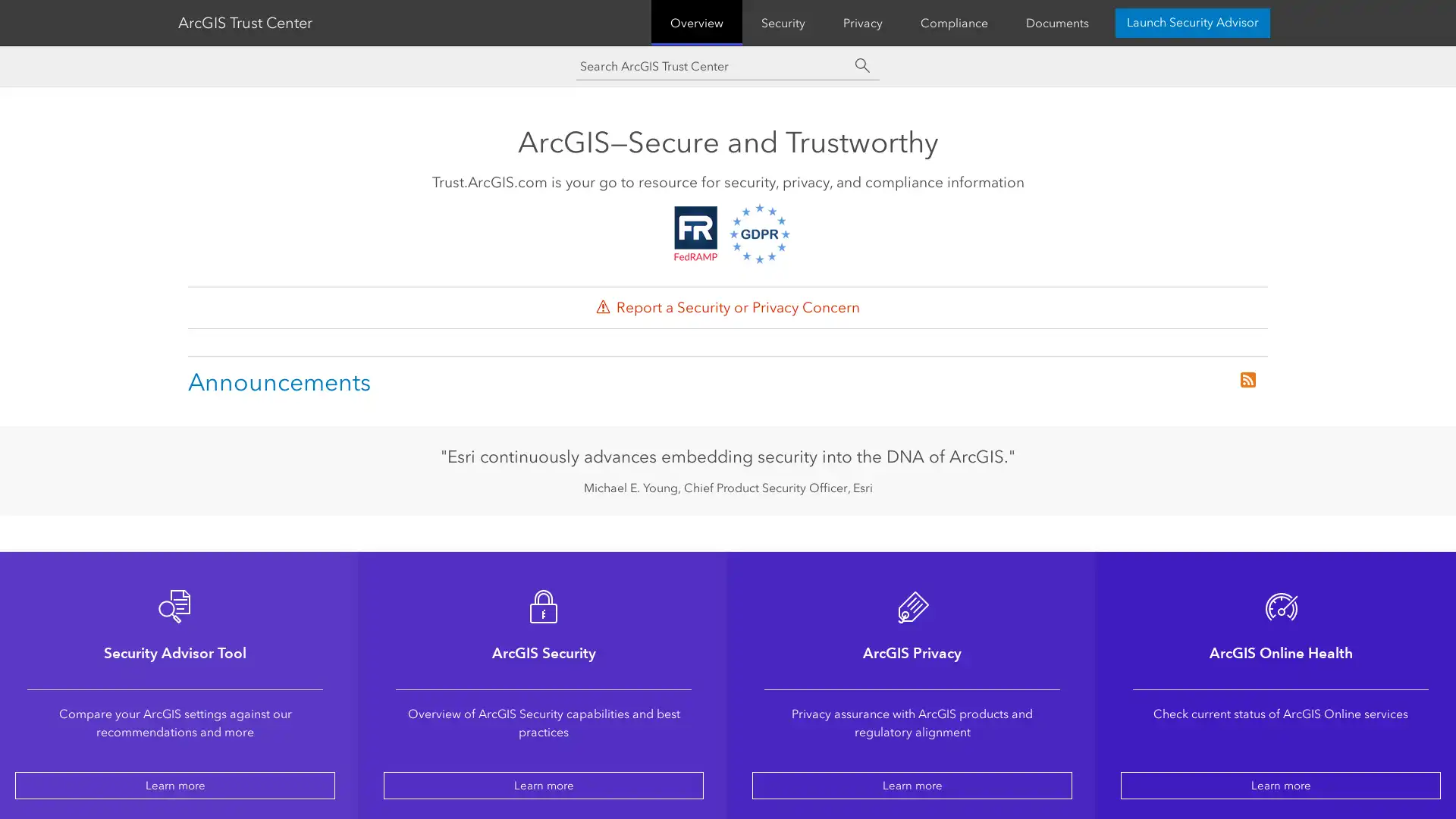 Image resolution: width=1456 pixels, height=819 pixels. What do you see at coordinates (862, 107) in the screenshot?
I see `Search` at bounding box center [862, 107].